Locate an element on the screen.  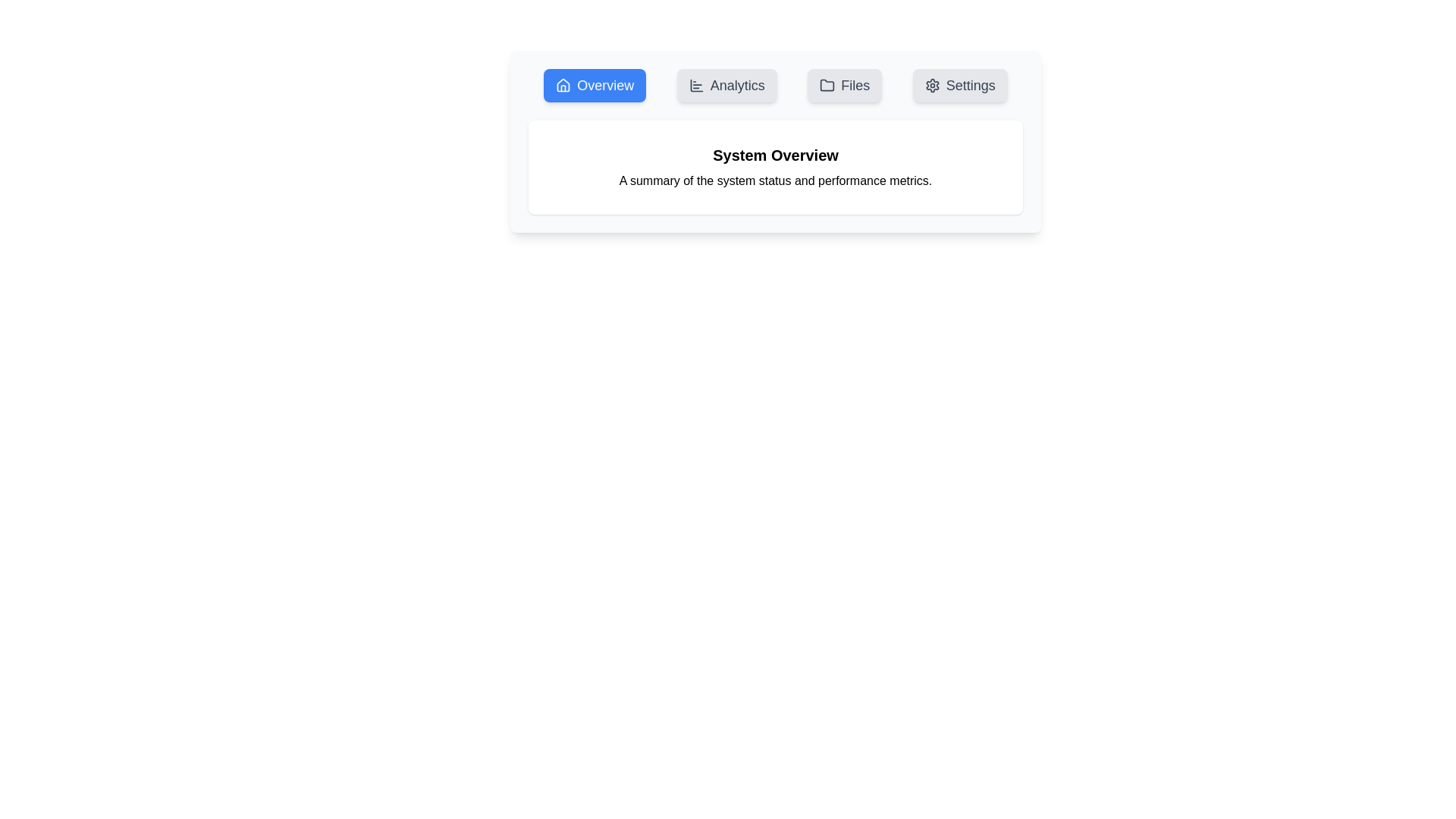
the Label element of the navigation button that indicates navigation to the Overview section, which is the first item in the horizontal navigation menu and has a house icon to its left is located at coordinates (604, 85).